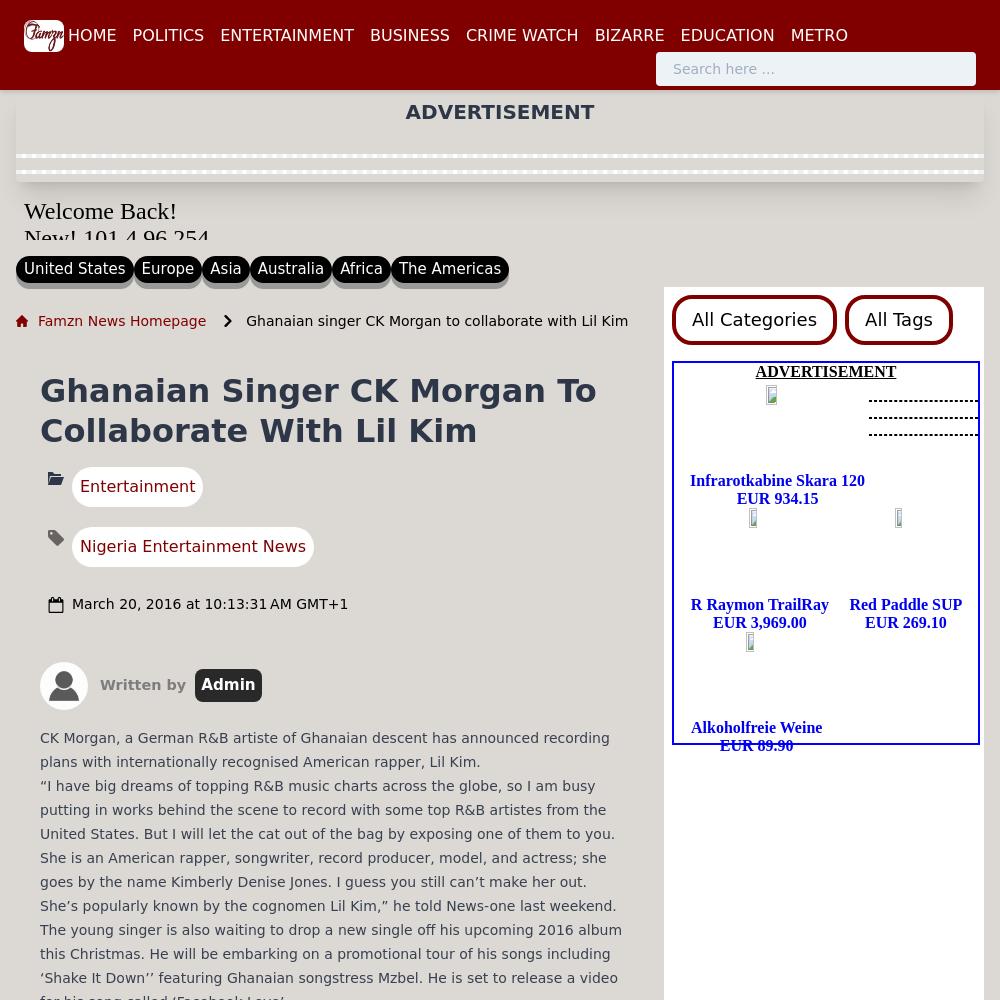  Describe the element at coordinates (593, 35) in the screenshot. I see `'BIZARRE'` at that location.